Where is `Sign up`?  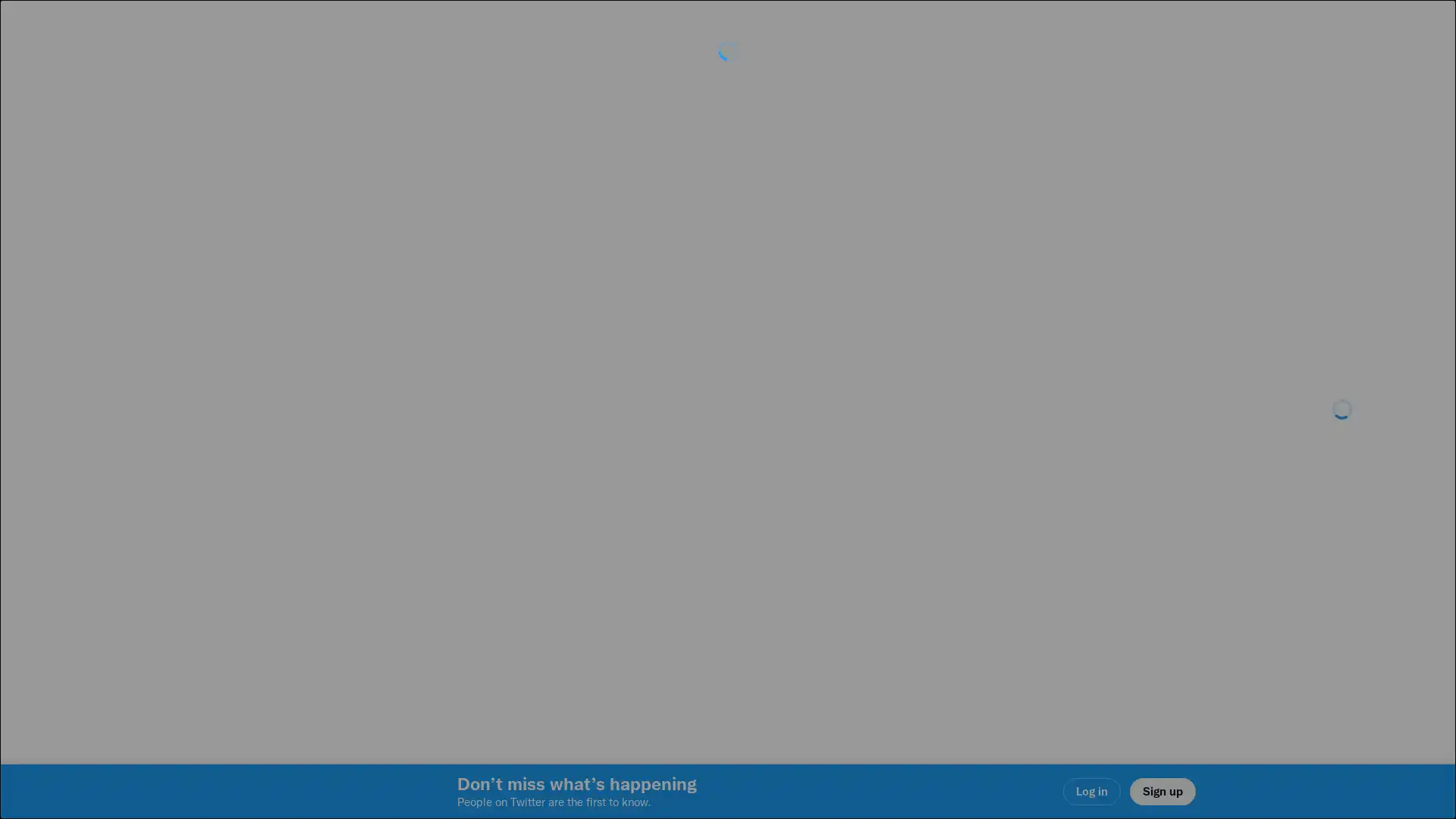
Sign up is located at coordinates (548, 516).